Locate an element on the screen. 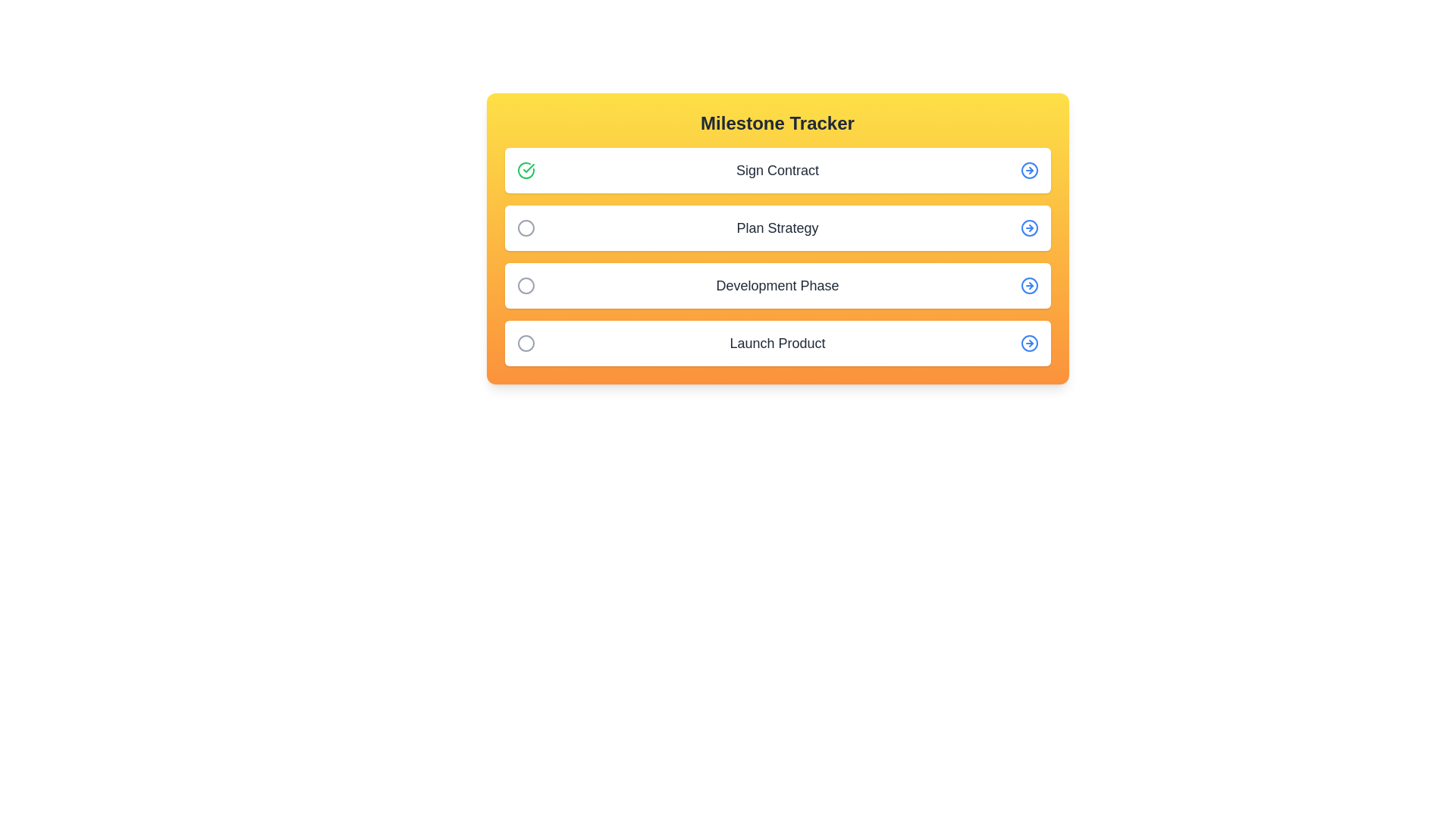  the actionable icon button located at the right end of the 'Sign Contract' row in the 'Milestone Tracker' list is located at coordinates (1029, 170).